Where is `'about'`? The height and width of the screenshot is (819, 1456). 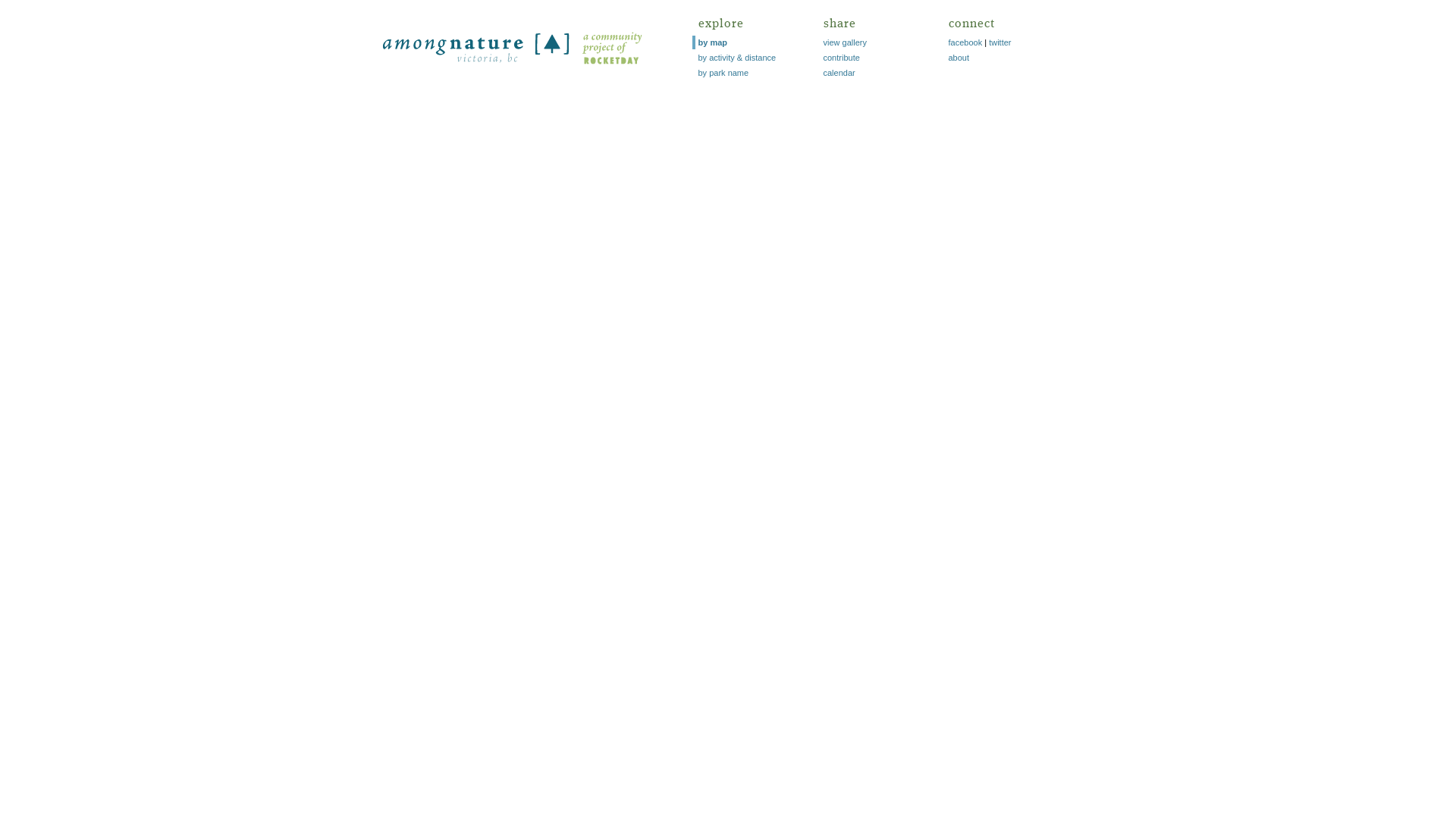
'about' is located at coordinates (957, 57).